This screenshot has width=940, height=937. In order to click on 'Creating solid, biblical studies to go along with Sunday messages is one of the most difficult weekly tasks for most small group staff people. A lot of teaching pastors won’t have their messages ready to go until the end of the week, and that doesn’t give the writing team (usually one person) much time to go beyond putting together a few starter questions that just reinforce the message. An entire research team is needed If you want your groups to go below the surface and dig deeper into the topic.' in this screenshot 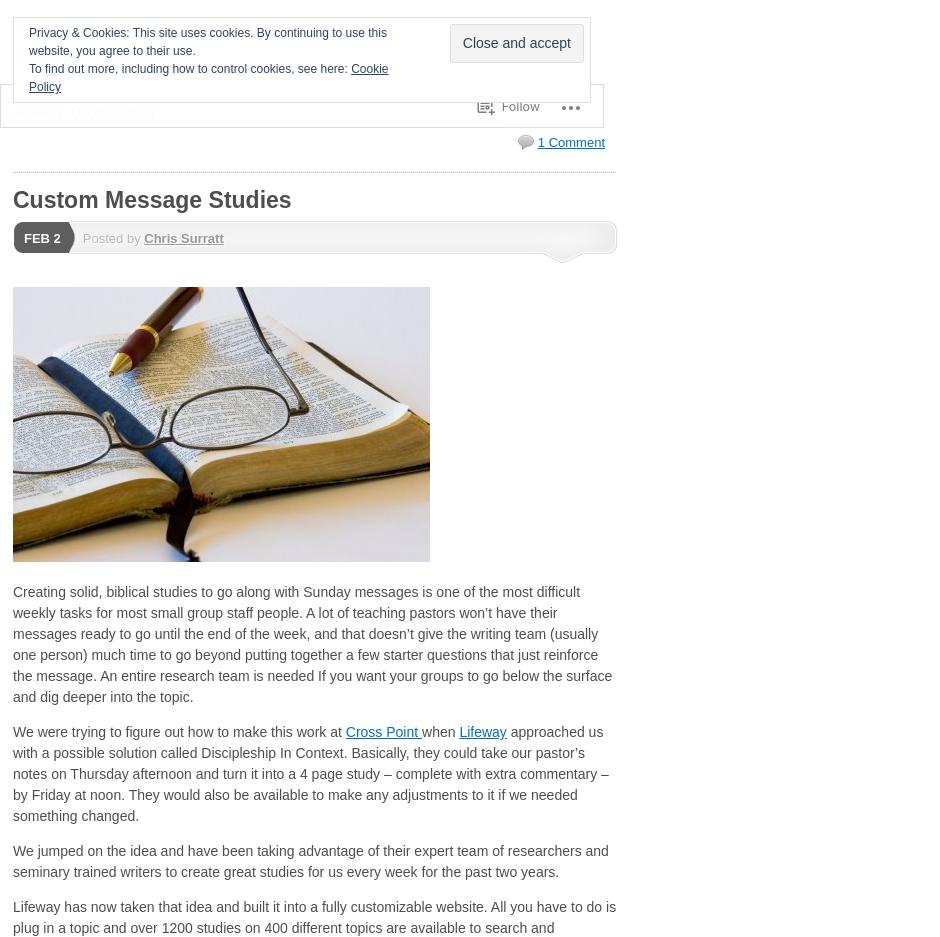, I will do `click(12, 644)`.